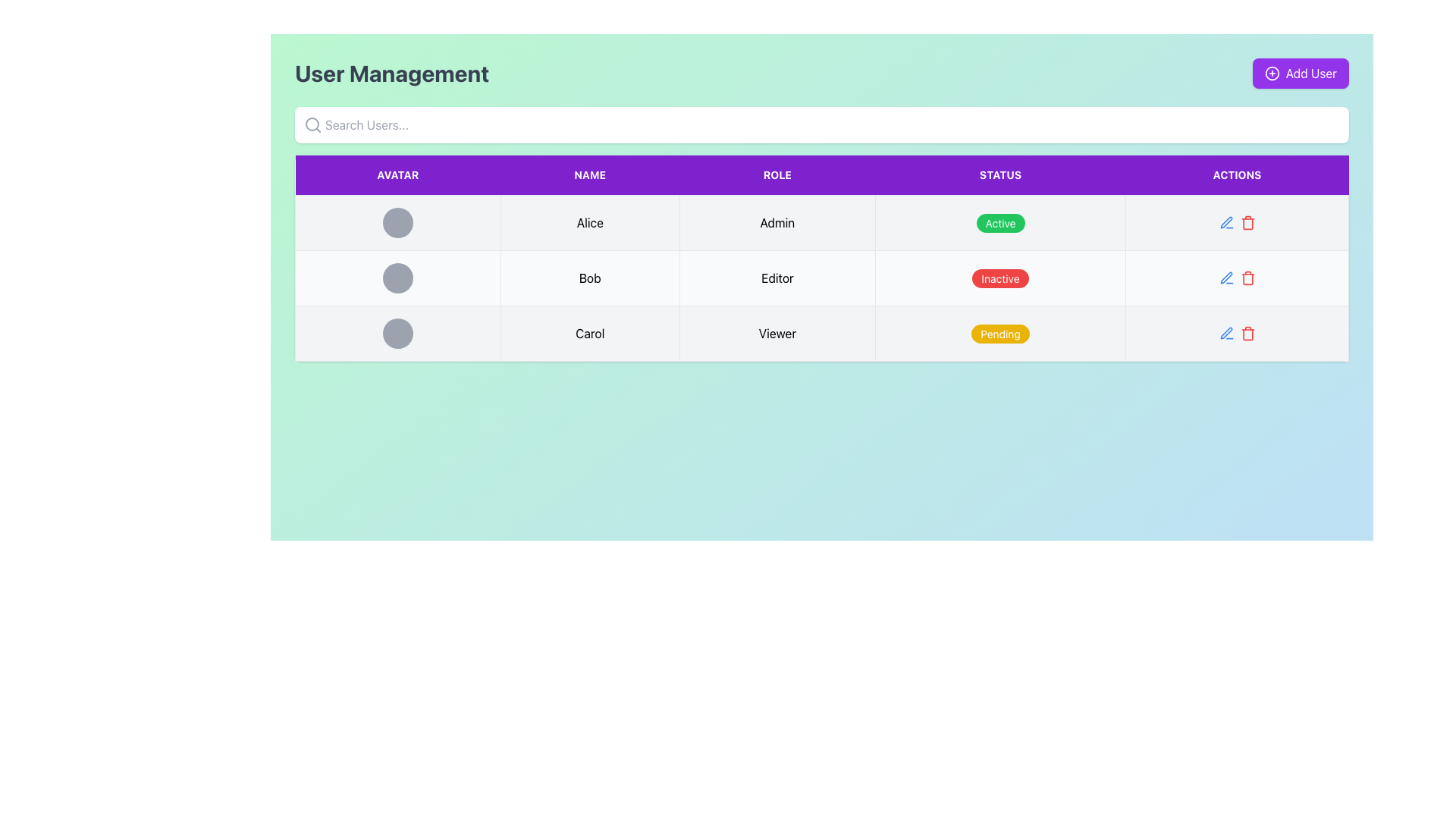 The width and height of the screenshot is (1456, 819). Describe the element at coordinates (397, 332) in the screenshot. I see `the image placeholder representing the profile avatar for the user 'Carol' located in the third row under the 'Avatar' column` at that location.